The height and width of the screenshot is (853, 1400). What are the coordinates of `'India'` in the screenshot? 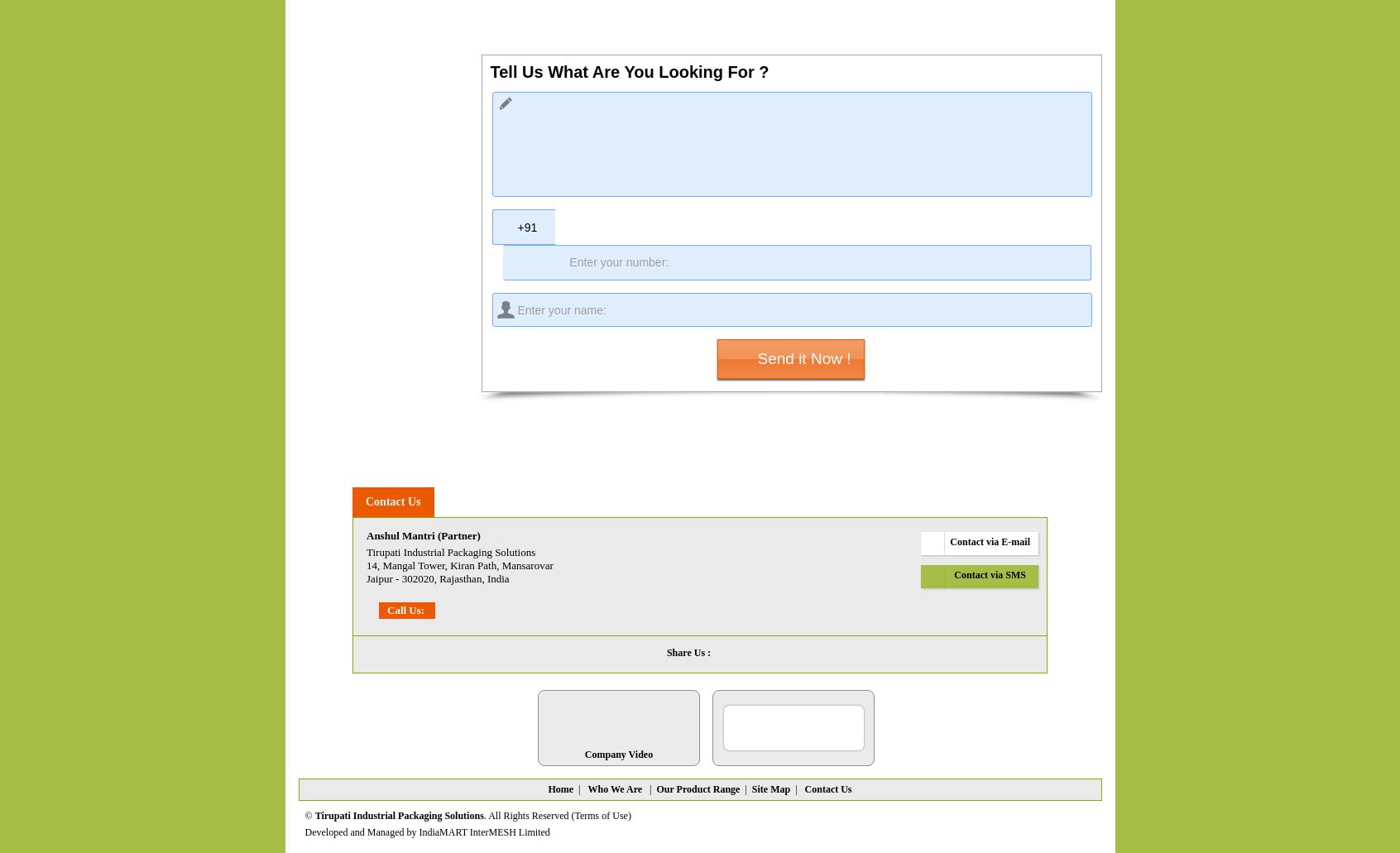 It's located at (485, 578).